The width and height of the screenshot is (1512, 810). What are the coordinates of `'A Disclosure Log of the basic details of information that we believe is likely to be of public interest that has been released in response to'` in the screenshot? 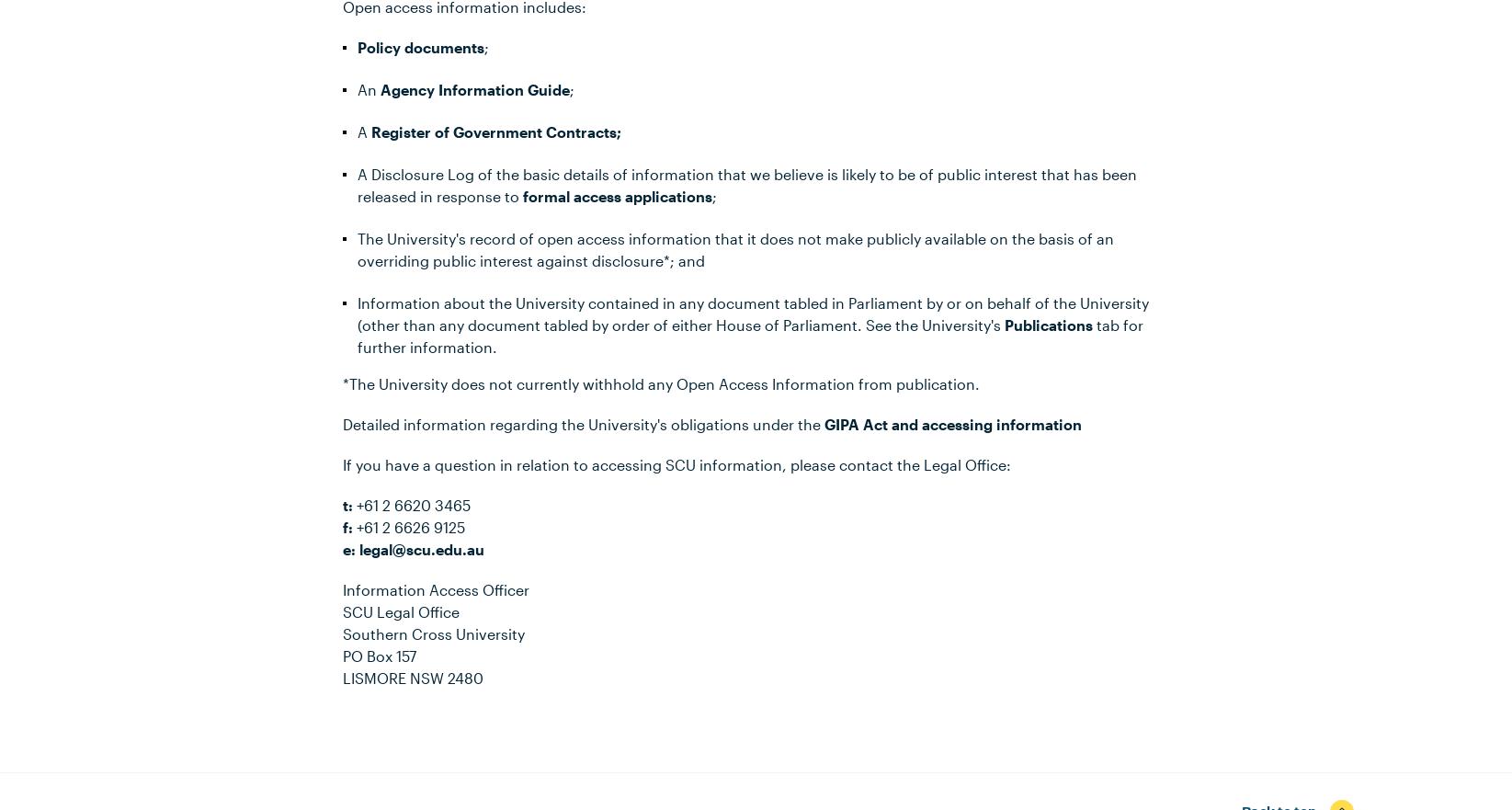 It's located at (356, 185).